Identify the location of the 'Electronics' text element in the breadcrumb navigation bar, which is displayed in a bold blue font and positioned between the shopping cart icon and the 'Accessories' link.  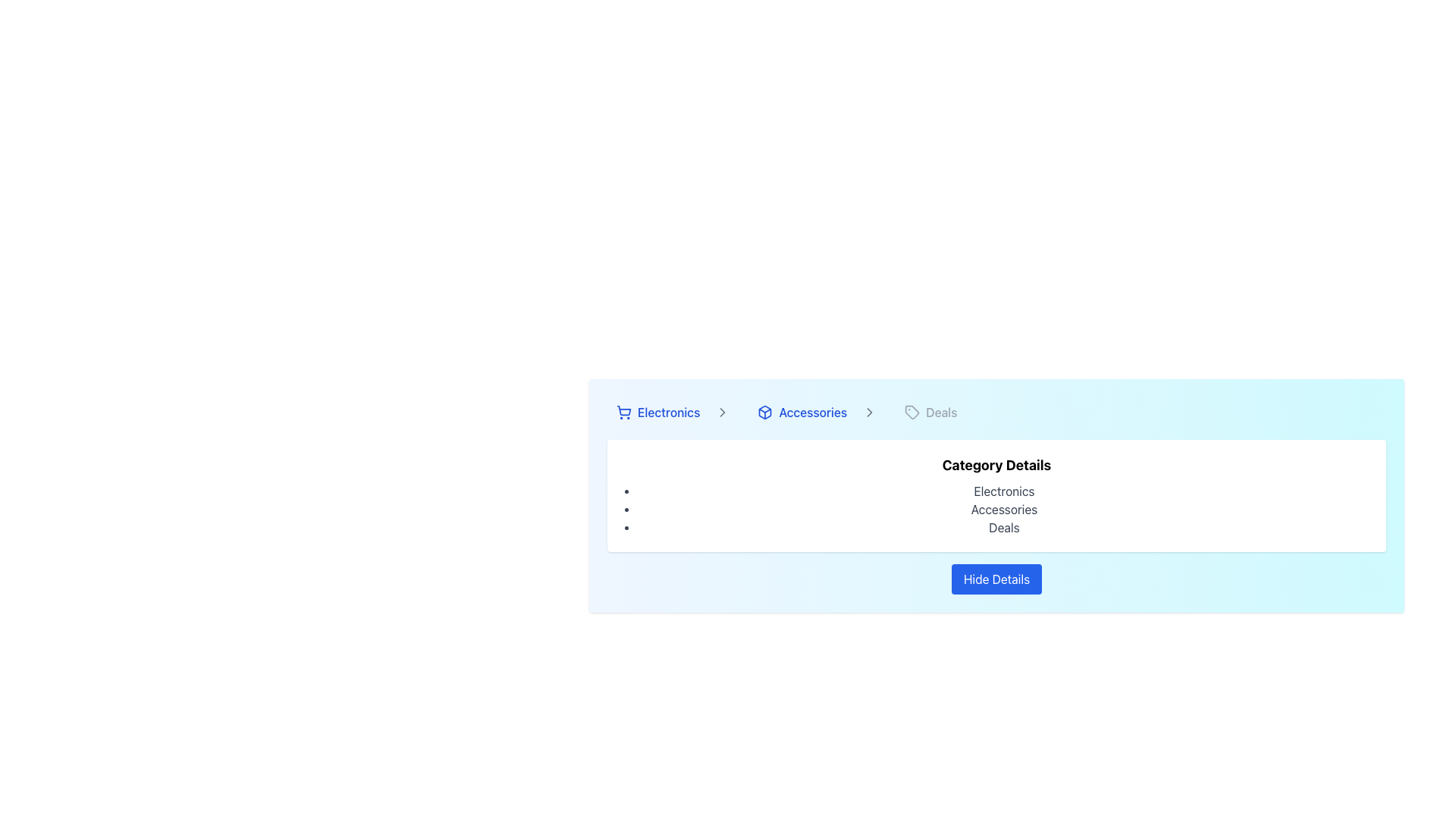
(668, 412).